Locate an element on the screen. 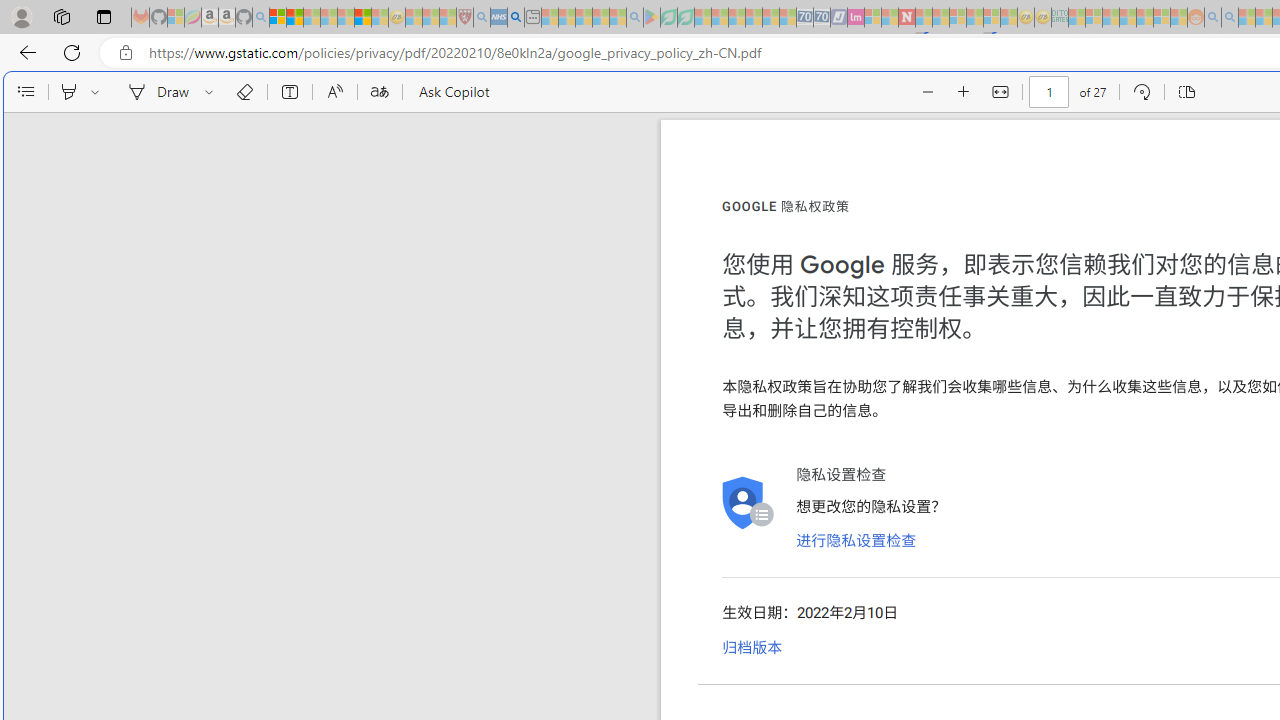  'Contents' is located at coordinates (25, 92).